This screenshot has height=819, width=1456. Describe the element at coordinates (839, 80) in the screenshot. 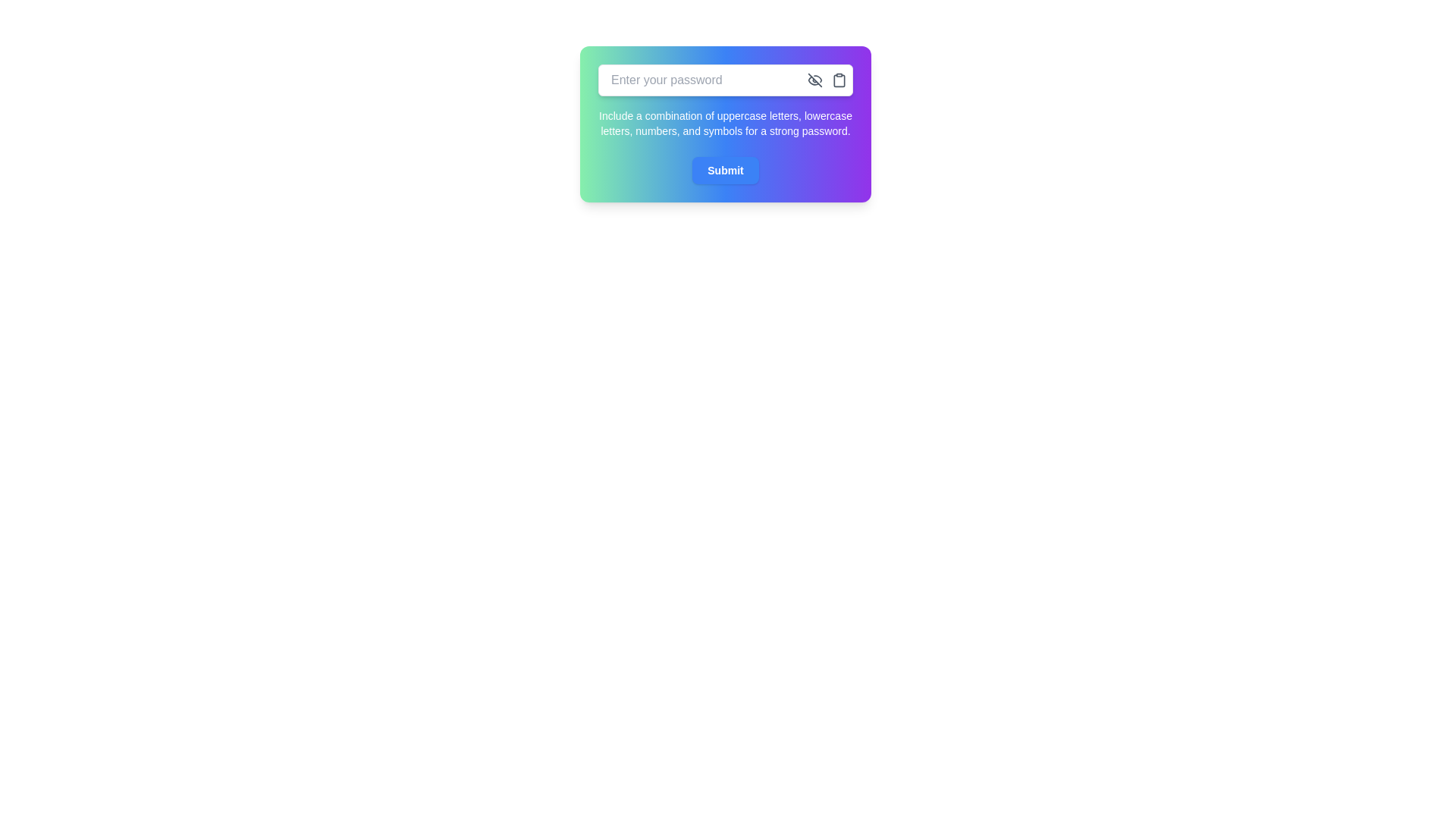

I see `the copy-to-clipboard icon button located on the far-right side of the password input field` at that location.